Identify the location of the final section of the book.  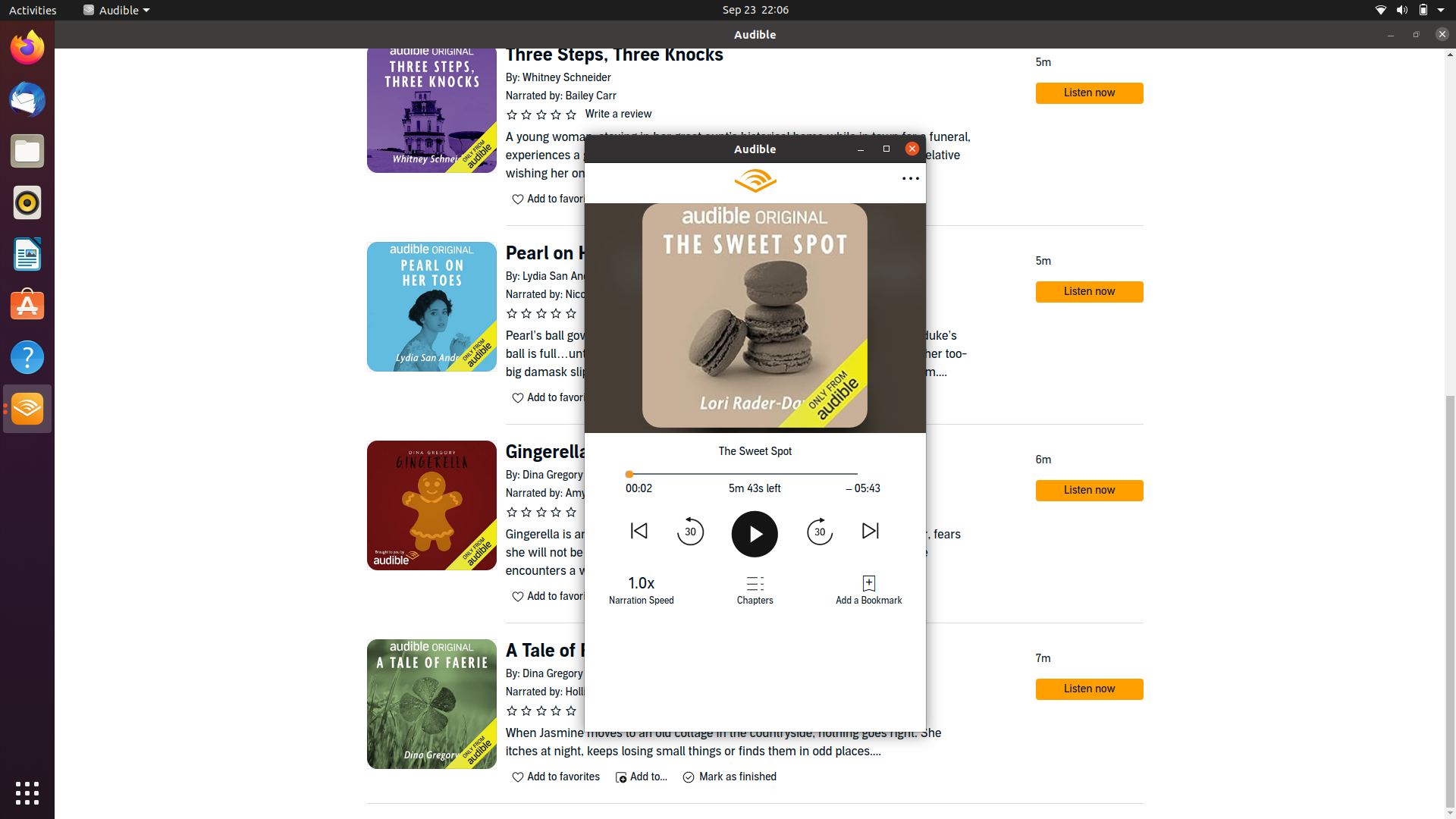
(847, 472).